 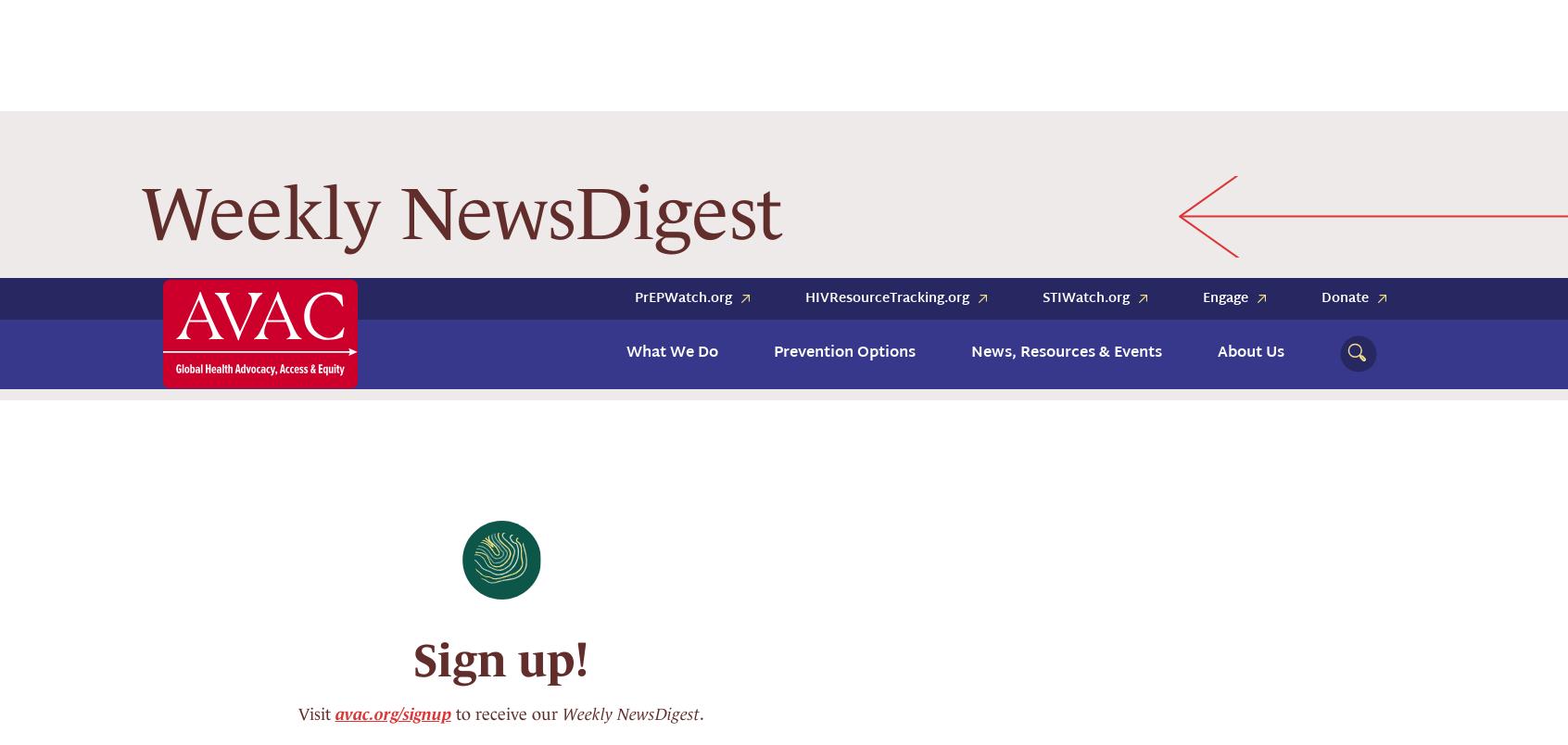 I want to click on 'Visit', so click(x=296, y=380).